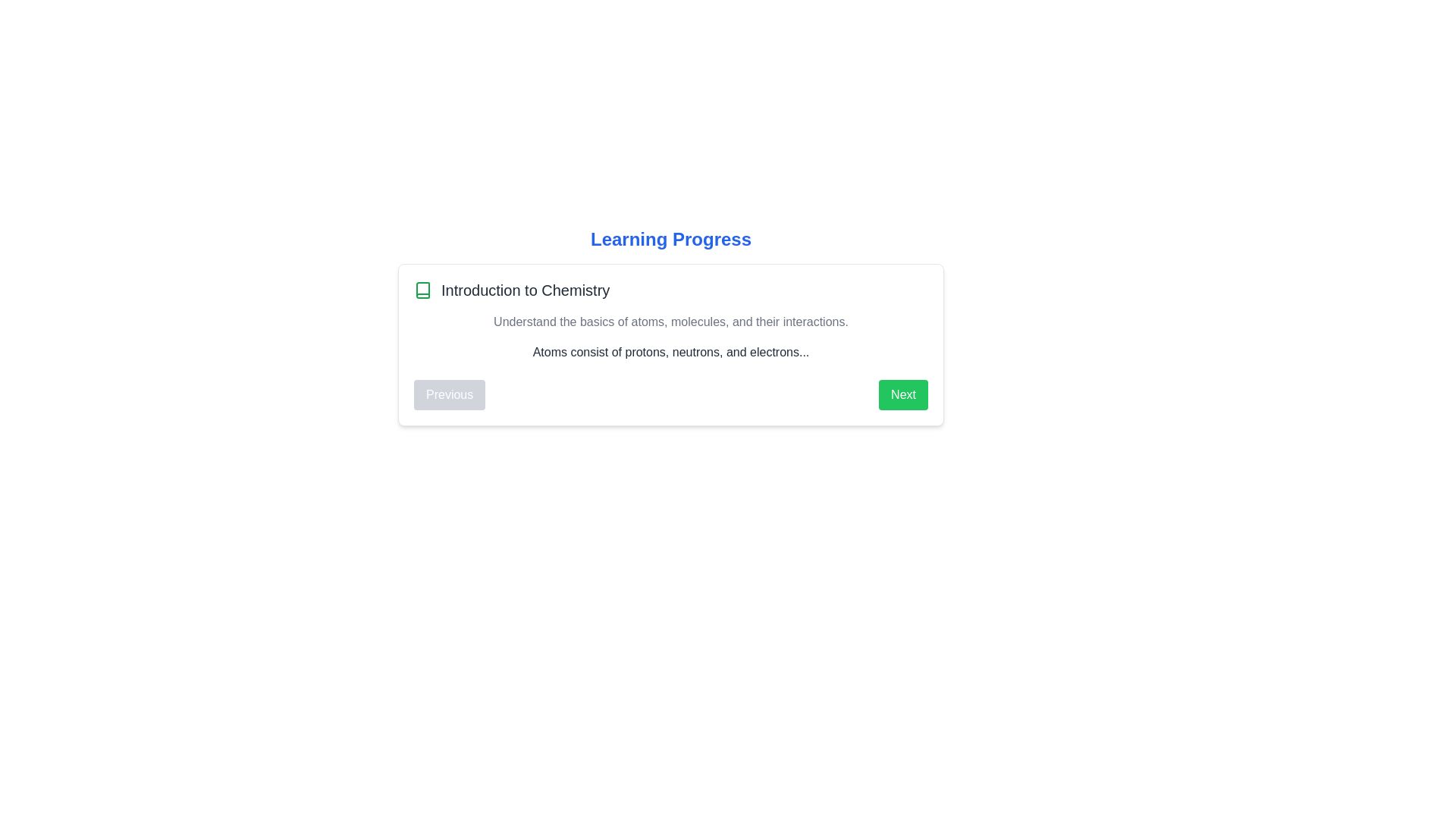 The height and width of the screenshot is (819, 1456). I want to click on text block displaying 'Atoms consist of protons, neutrons, and electrons...' located below the introductory description and above the navigation buttons, so click(670, 353).